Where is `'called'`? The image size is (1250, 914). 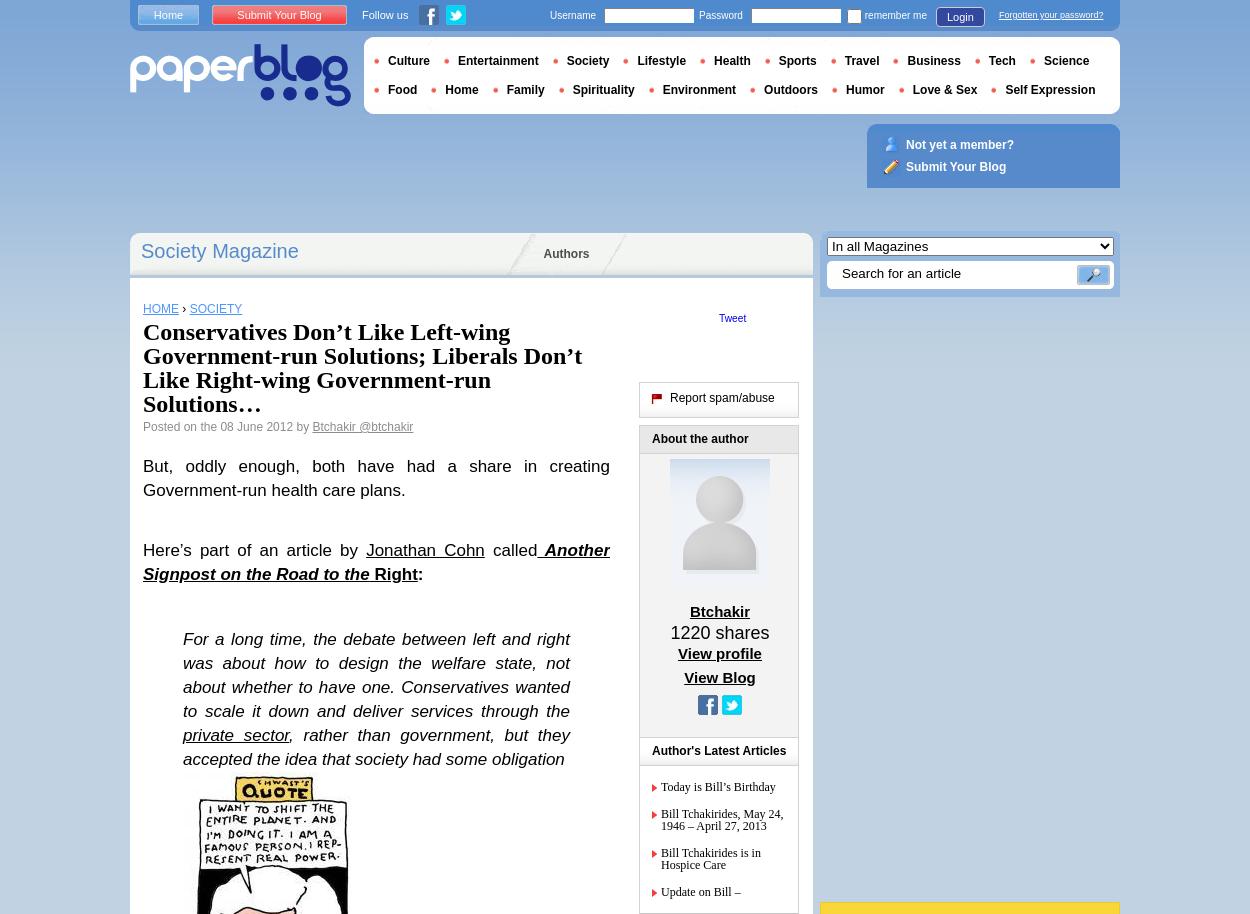 'called' is located at coordinates (510, 550).